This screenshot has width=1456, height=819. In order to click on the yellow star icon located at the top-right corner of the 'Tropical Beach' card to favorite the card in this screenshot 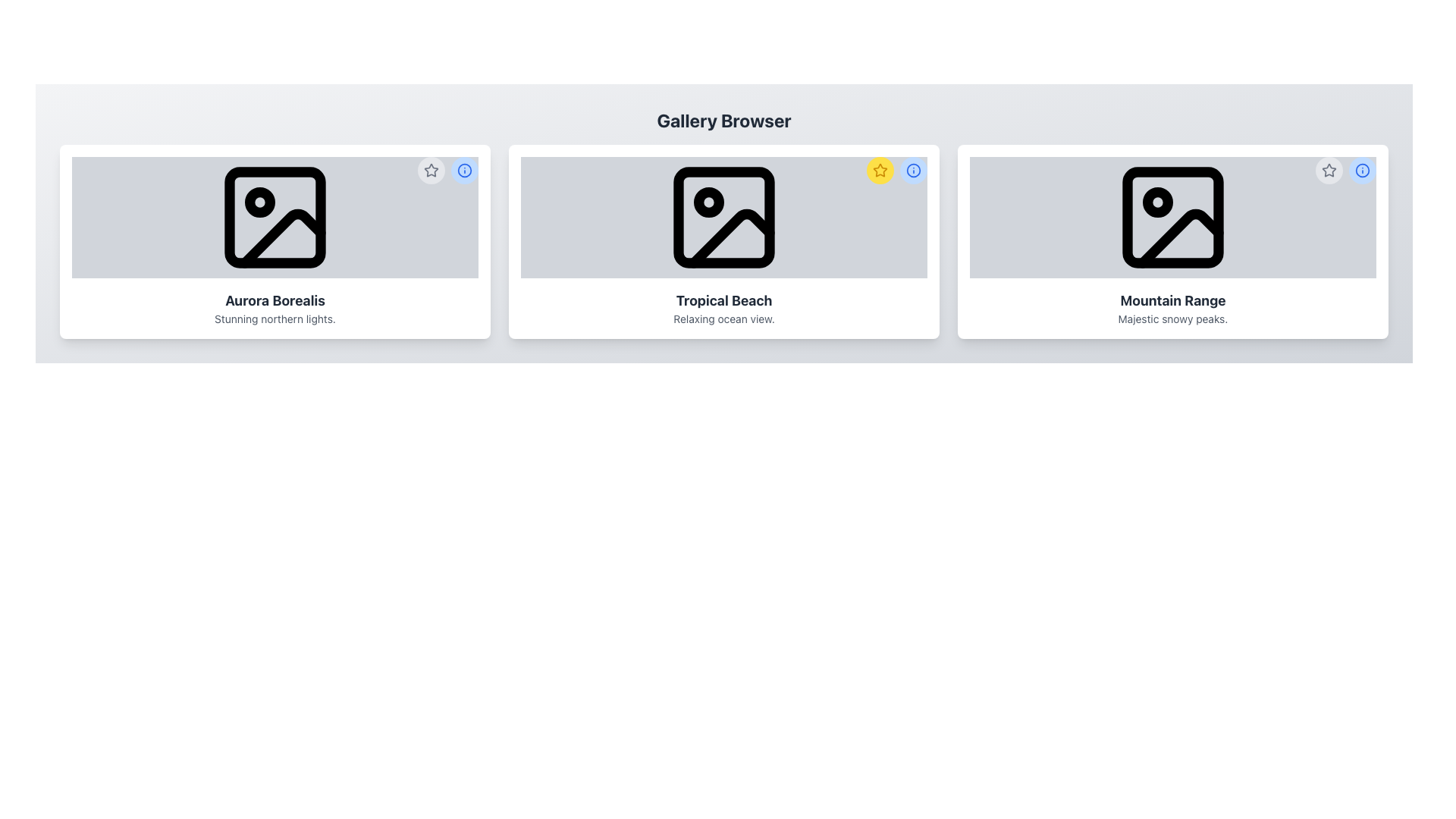, I will do `click(896, 170)`.